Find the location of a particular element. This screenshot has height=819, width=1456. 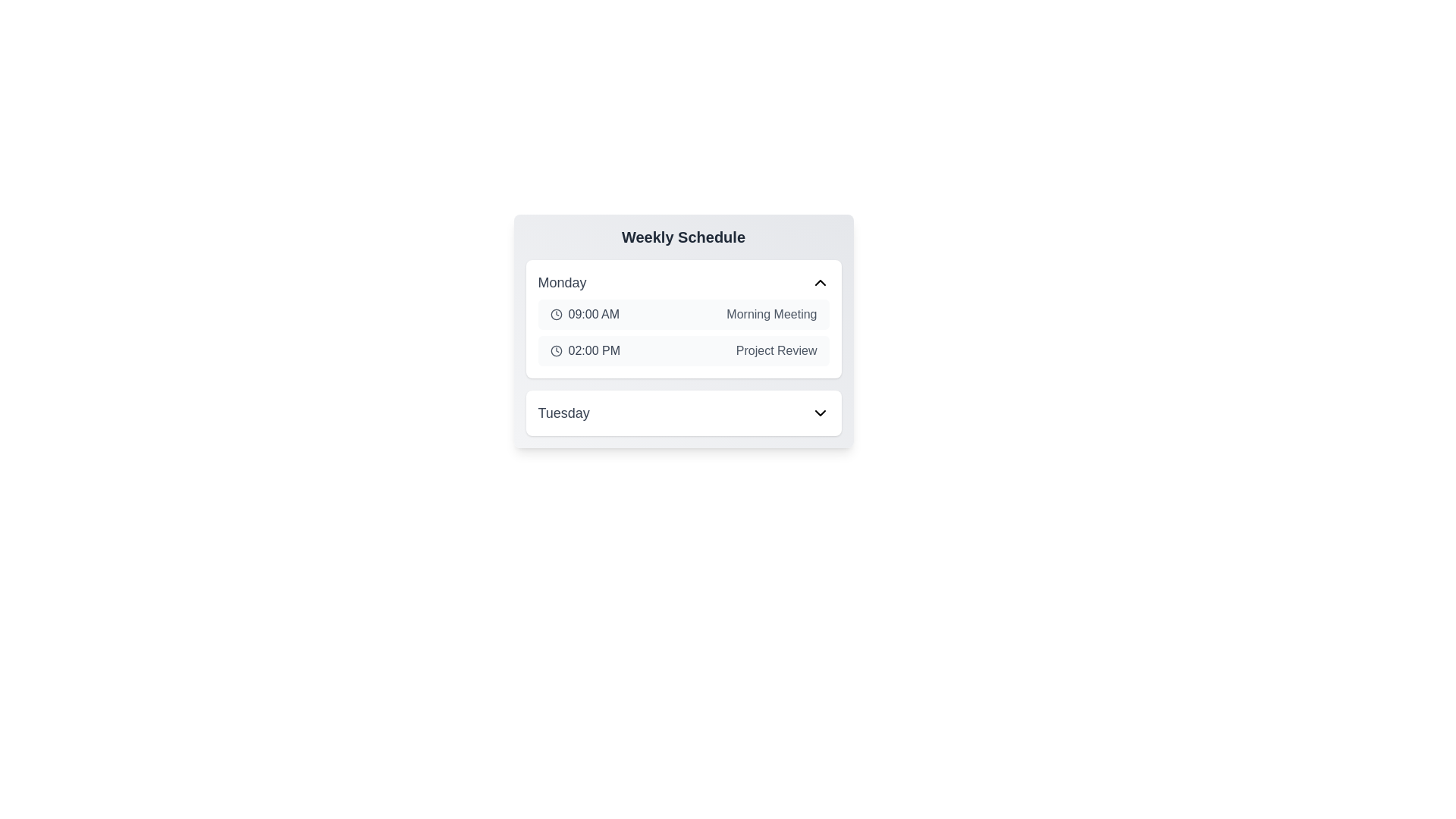

the small circular clock icon with a gray outline, positioned to the left of the text '02:00 PM' in the 'Weekly Schedule' panel under the 'Monday' section is located at coordinates (555, 350).